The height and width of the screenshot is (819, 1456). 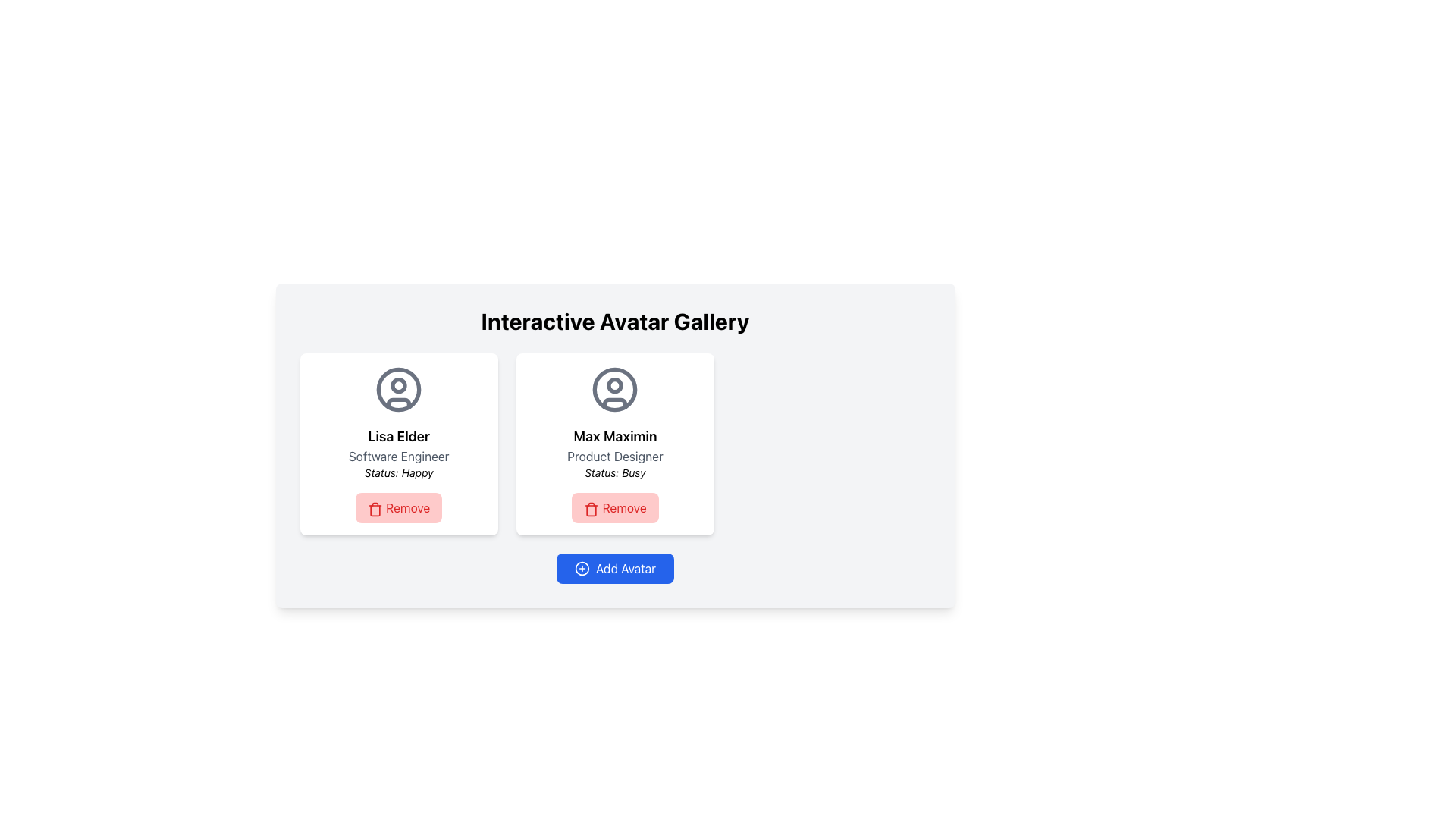 What do you see at coordinates (399, 388) in the screenshot?
I see `the user avatar image representing 'Lisa Elder', which is located at the top of the card and adjacent to the icon for 'Max Maximin'` at bounding box center [399, 388].